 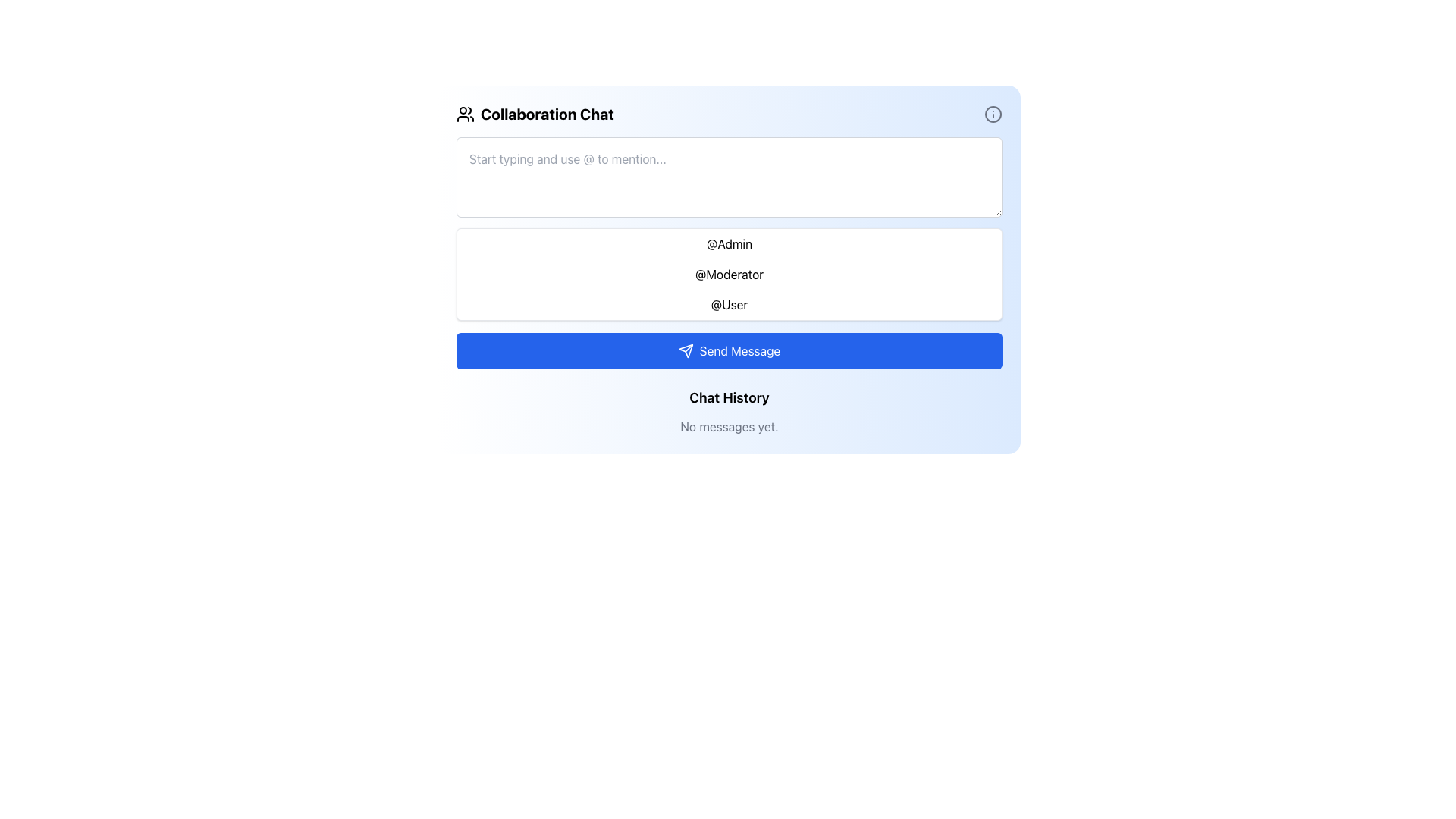 I want to click on the text label displaying '@Moderator', which is centrally aligned within a light background area and is the second item in a vertical list of similar elements, so click(x=729, y=275).